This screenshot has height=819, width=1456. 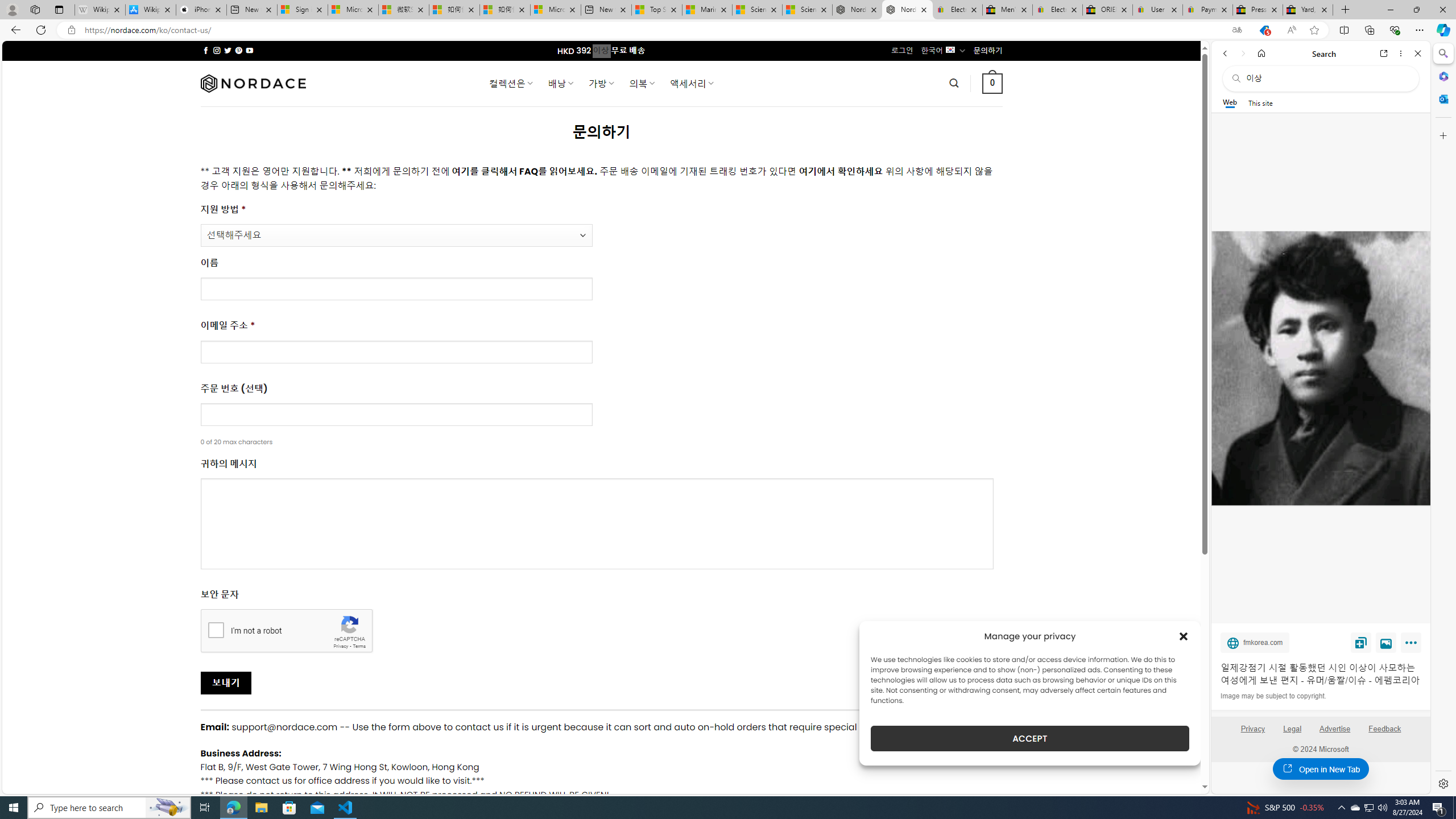 What do you see at coordinates (302, 9) in the screenshot?
I see `'Sign in to your Microsoft account'` at bounding box center [302, 9].